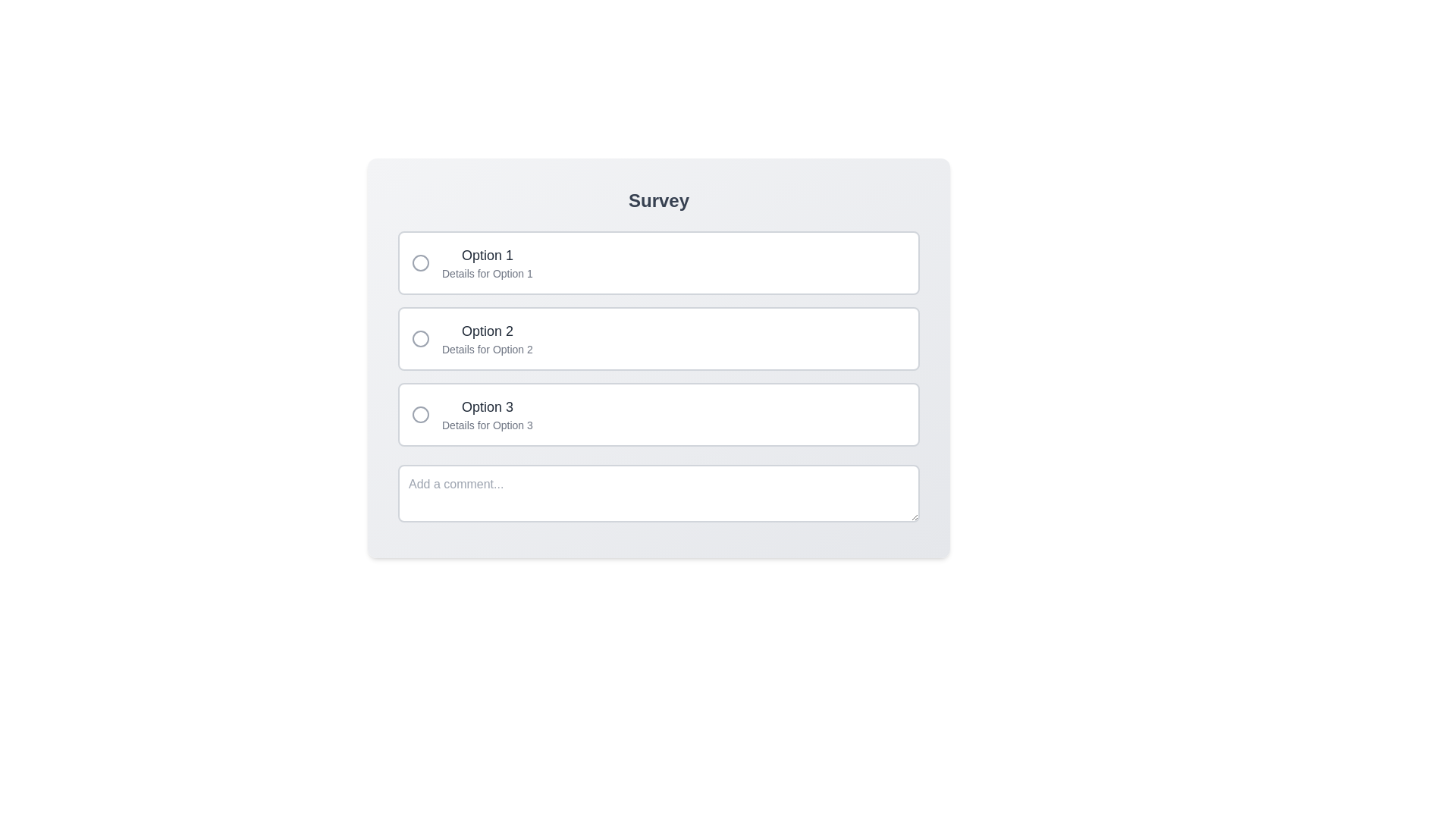  What do you see at coordinates (421, 262) in the screenshot?
I see `the radio button (circle indicator) in the first option row of the survey form directly beneath the title 'Survey'` at bounding box center [421, 262].